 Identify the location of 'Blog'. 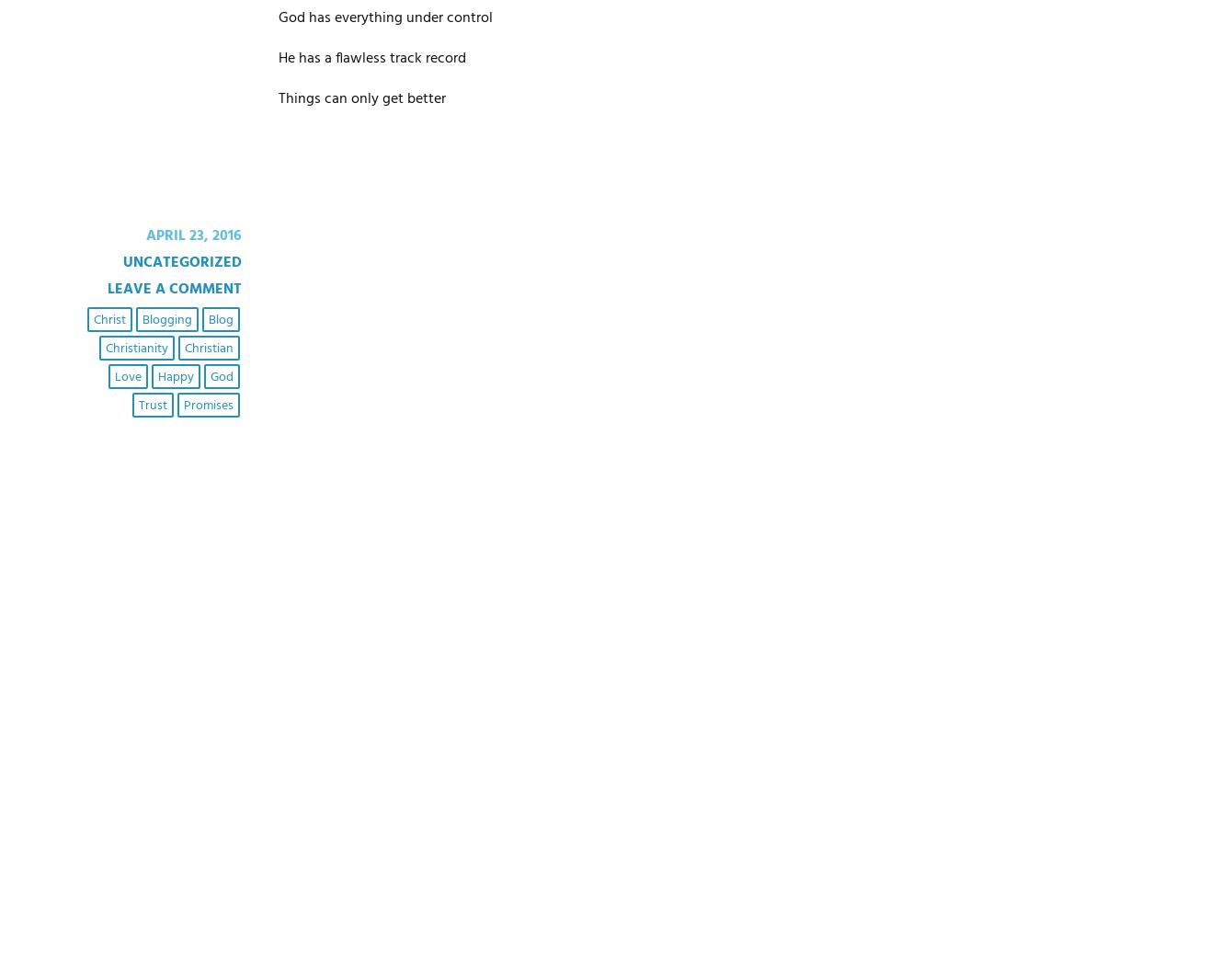
(219, 318).